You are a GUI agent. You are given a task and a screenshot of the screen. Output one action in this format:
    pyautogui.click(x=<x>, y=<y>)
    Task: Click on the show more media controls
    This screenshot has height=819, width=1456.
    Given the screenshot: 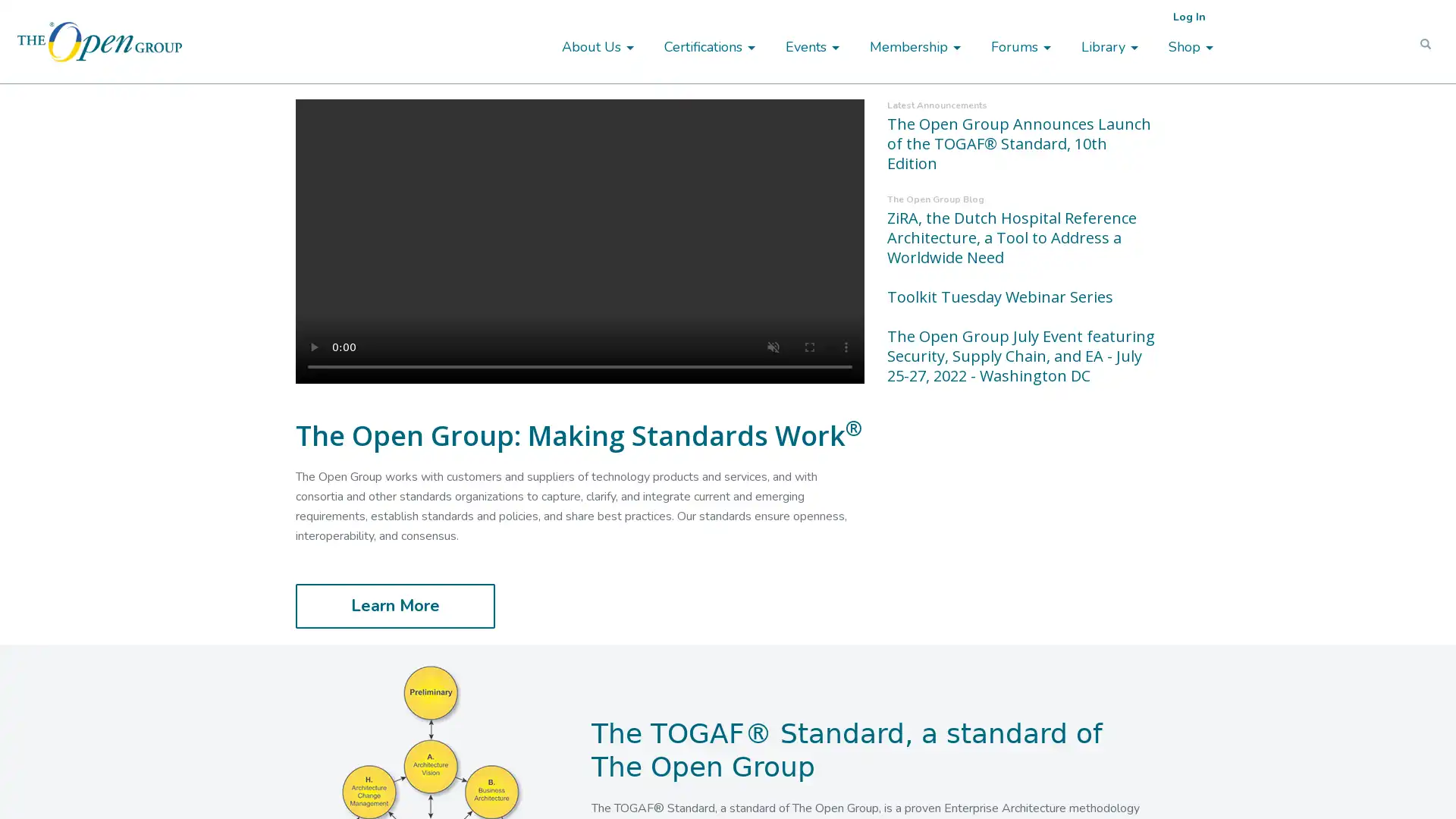 What is the action you would take?
    pyautogui.click(x=846, y=347)
    